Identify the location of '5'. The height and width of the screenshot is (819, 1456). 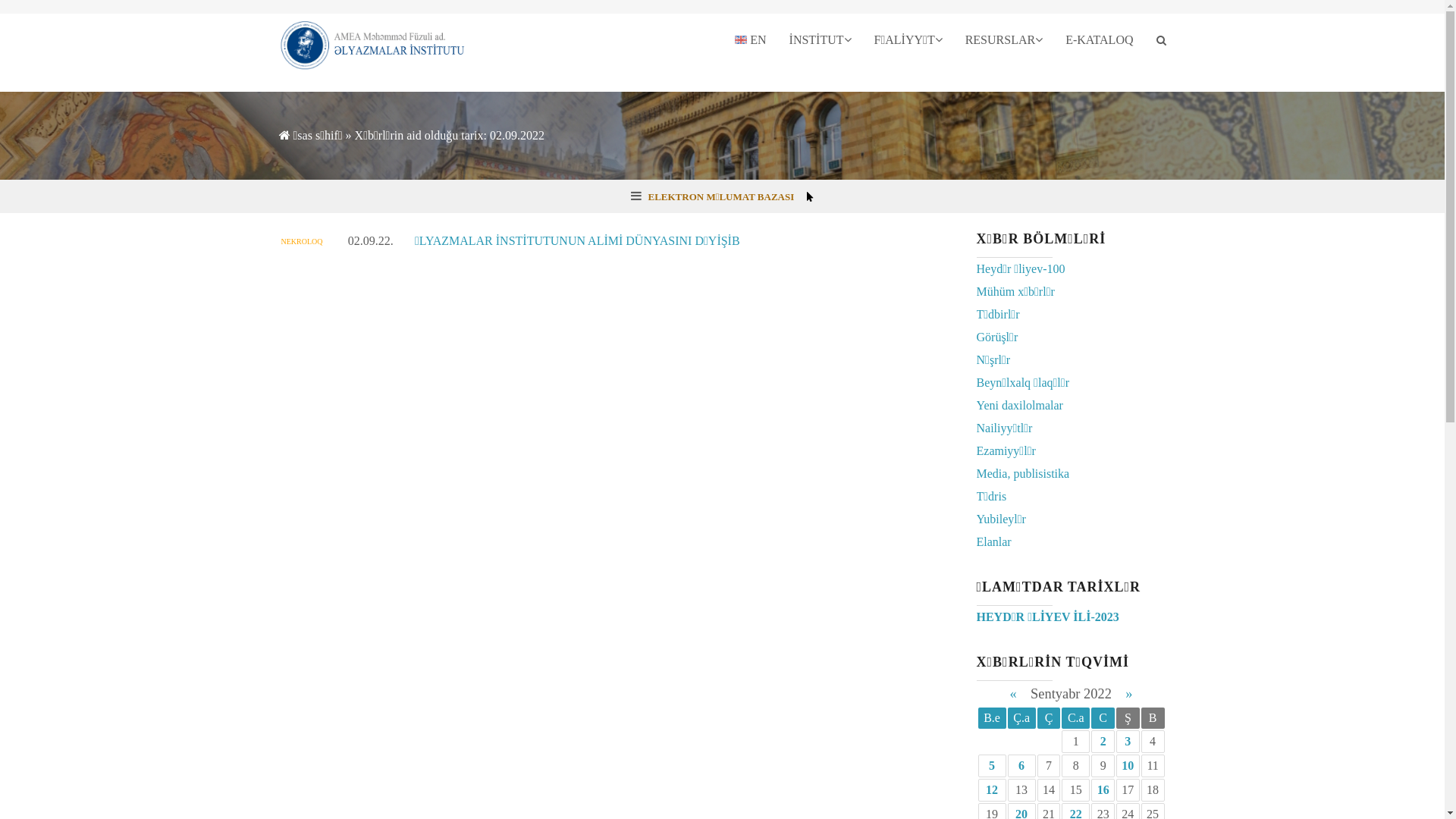
(992, 765).